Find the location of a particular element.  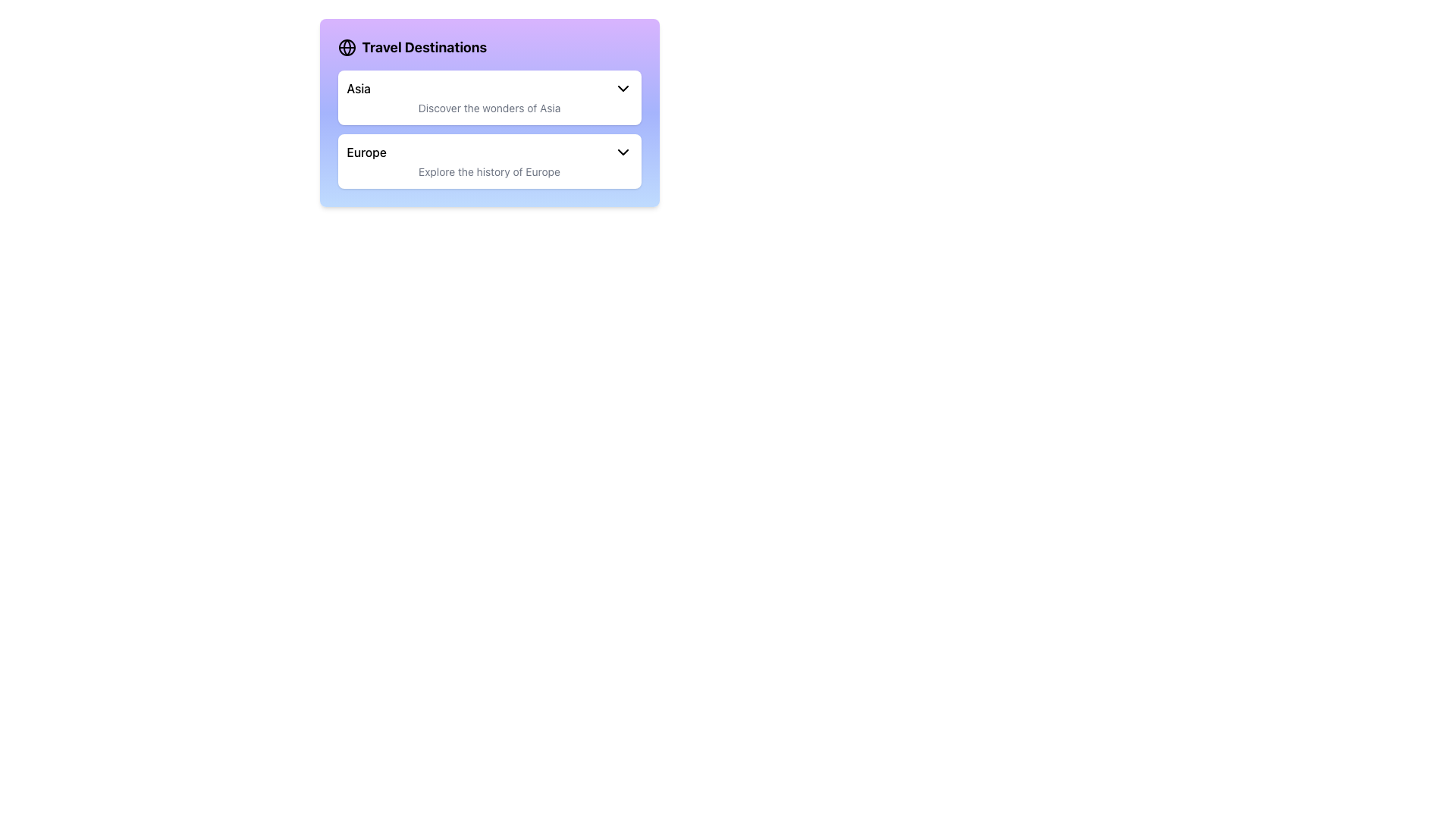

the text label displaying 'Asia' in bold black font within the 'Travel Destinations' dropdown menu is located at coordinates (358, 88).